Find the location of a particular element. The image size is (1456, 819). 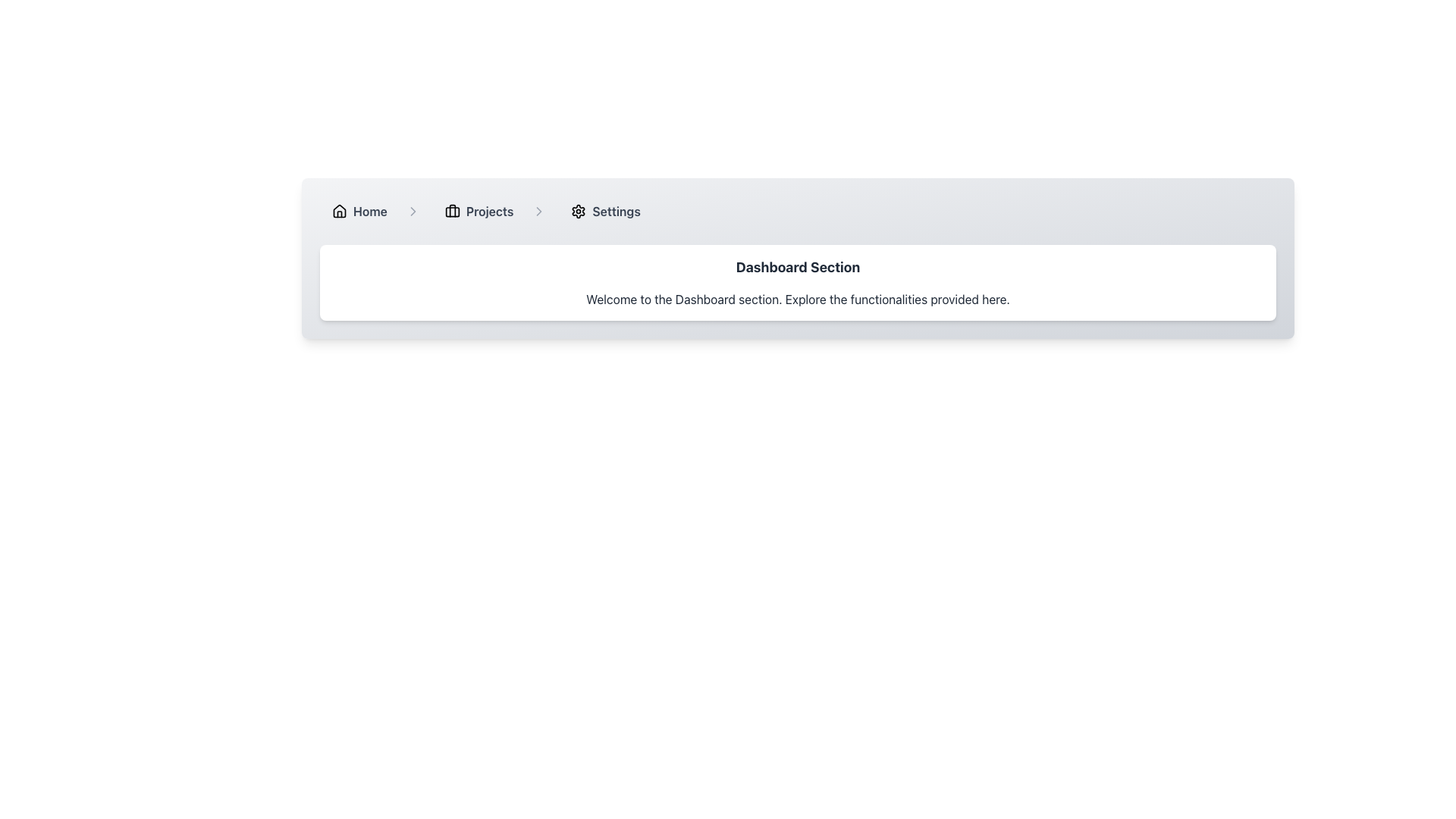

the 'Home' Breadcrumb link, which is the first item in the breadcrumb navigation bar at the top-left section of the interface is located at coordinates (370, 211).